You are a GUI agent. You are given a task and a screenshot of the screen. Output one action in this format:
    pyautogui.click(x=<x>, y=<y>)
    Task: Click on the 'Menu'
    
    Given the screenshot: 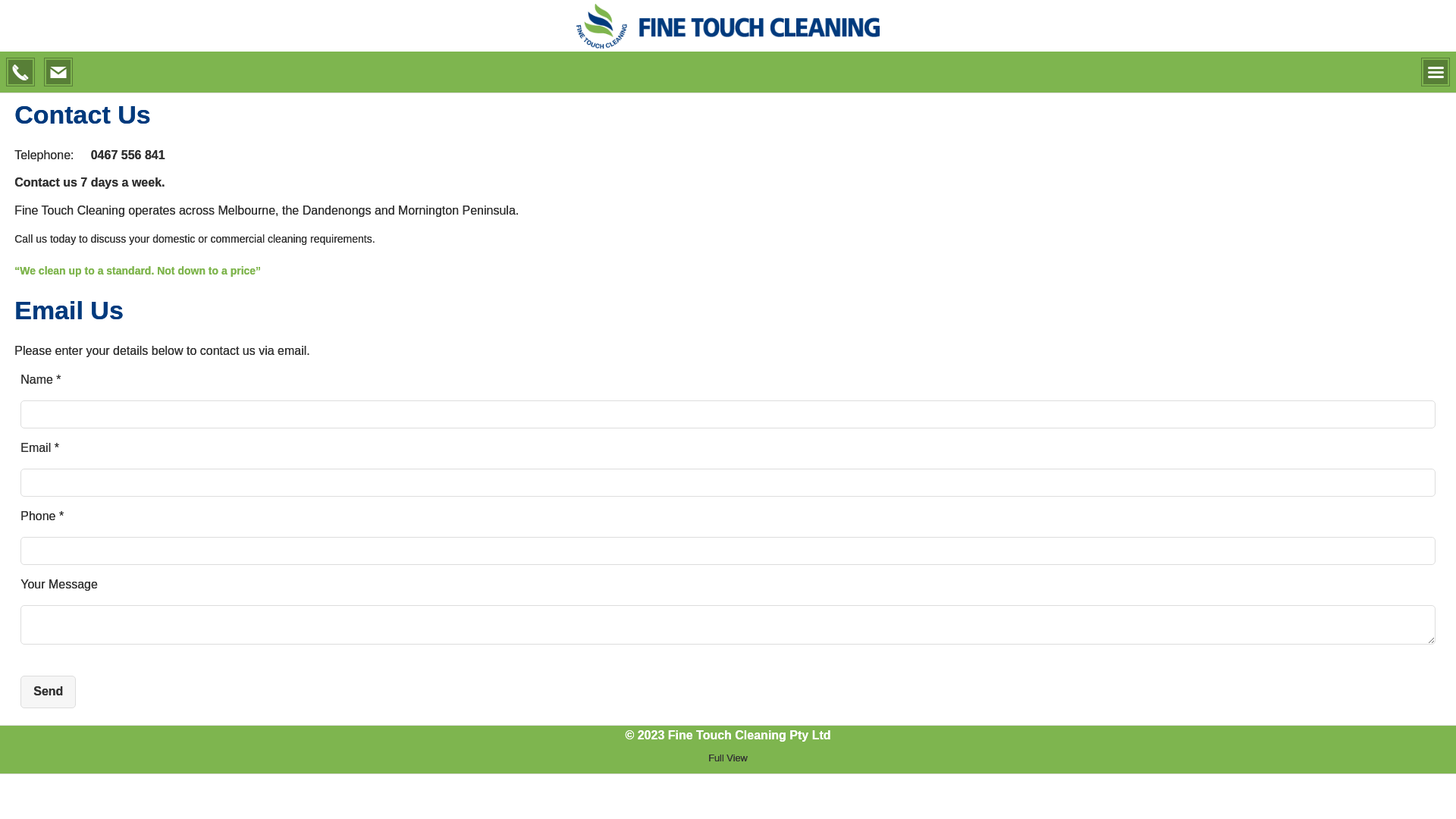 What is the action you would take?
    pyautogui.click(x=1434, y=72)
    